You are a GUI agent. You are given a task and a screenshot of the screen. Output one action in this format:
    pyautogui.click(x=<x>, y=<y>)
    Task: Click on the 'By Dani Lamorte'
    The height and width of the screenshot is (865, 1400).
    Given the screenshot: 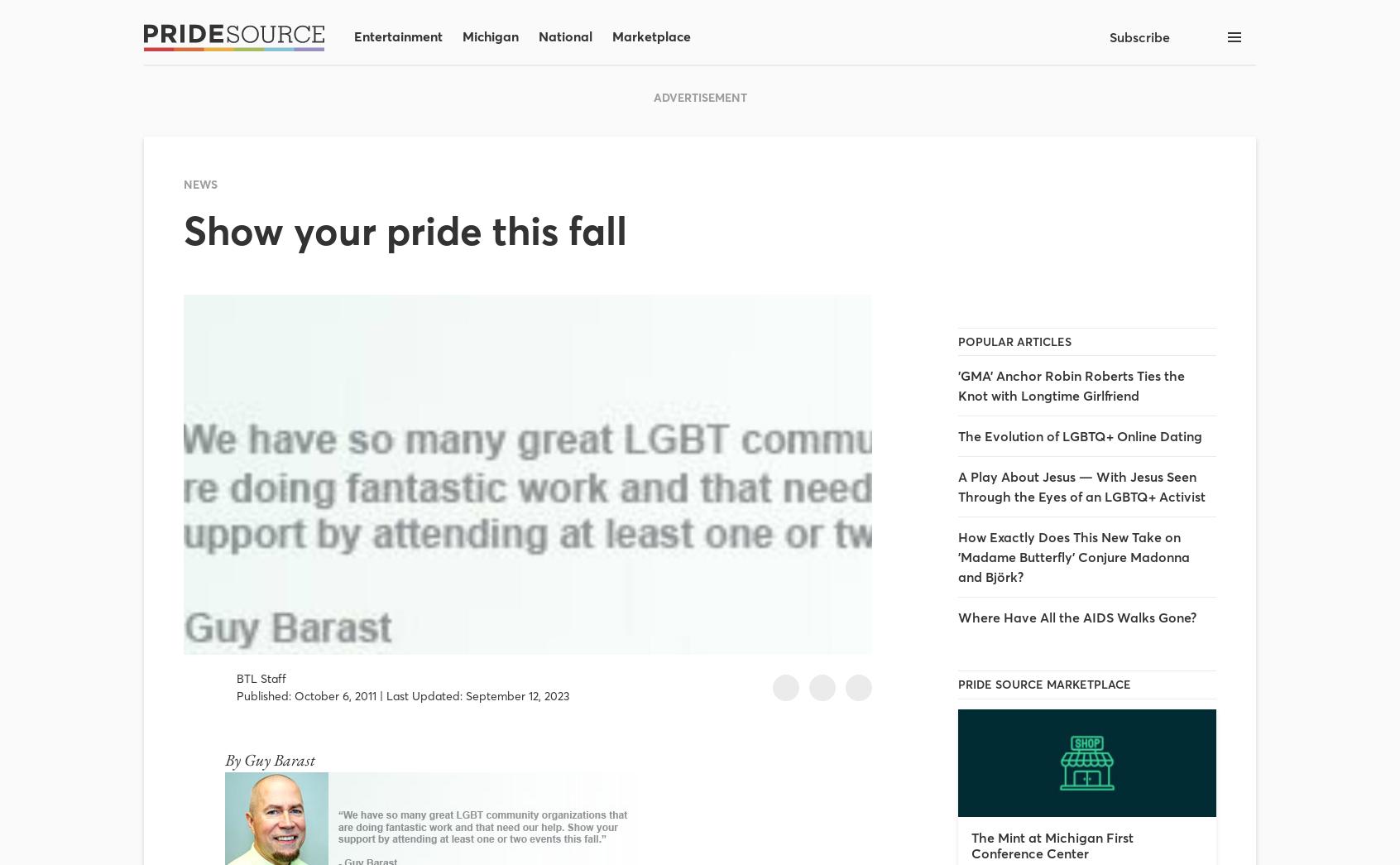 What is the action you would take?
    pyautogui.click(x=752, y=471)
    